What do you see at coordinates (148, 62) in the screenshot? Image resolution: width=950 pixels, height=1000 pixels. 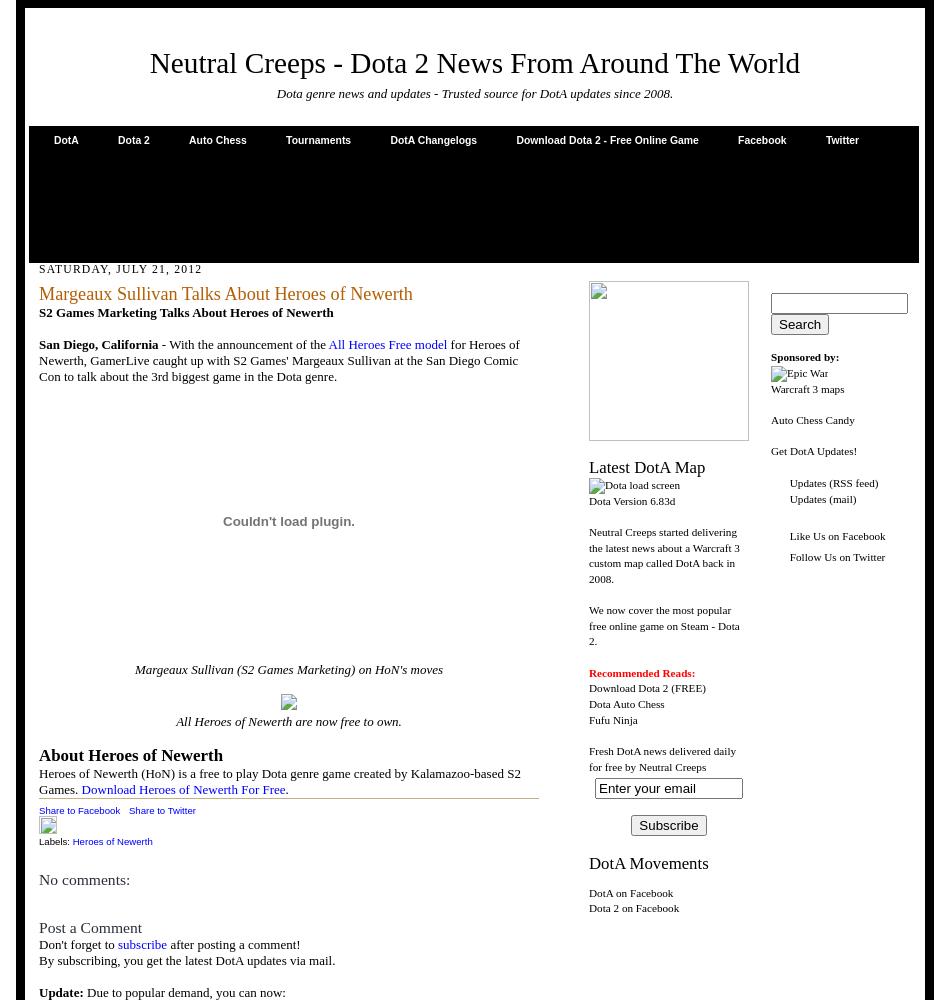 I see `'Neutral Creeps - Dota 2 News From Around The World'` at bounding box center [148, 62].